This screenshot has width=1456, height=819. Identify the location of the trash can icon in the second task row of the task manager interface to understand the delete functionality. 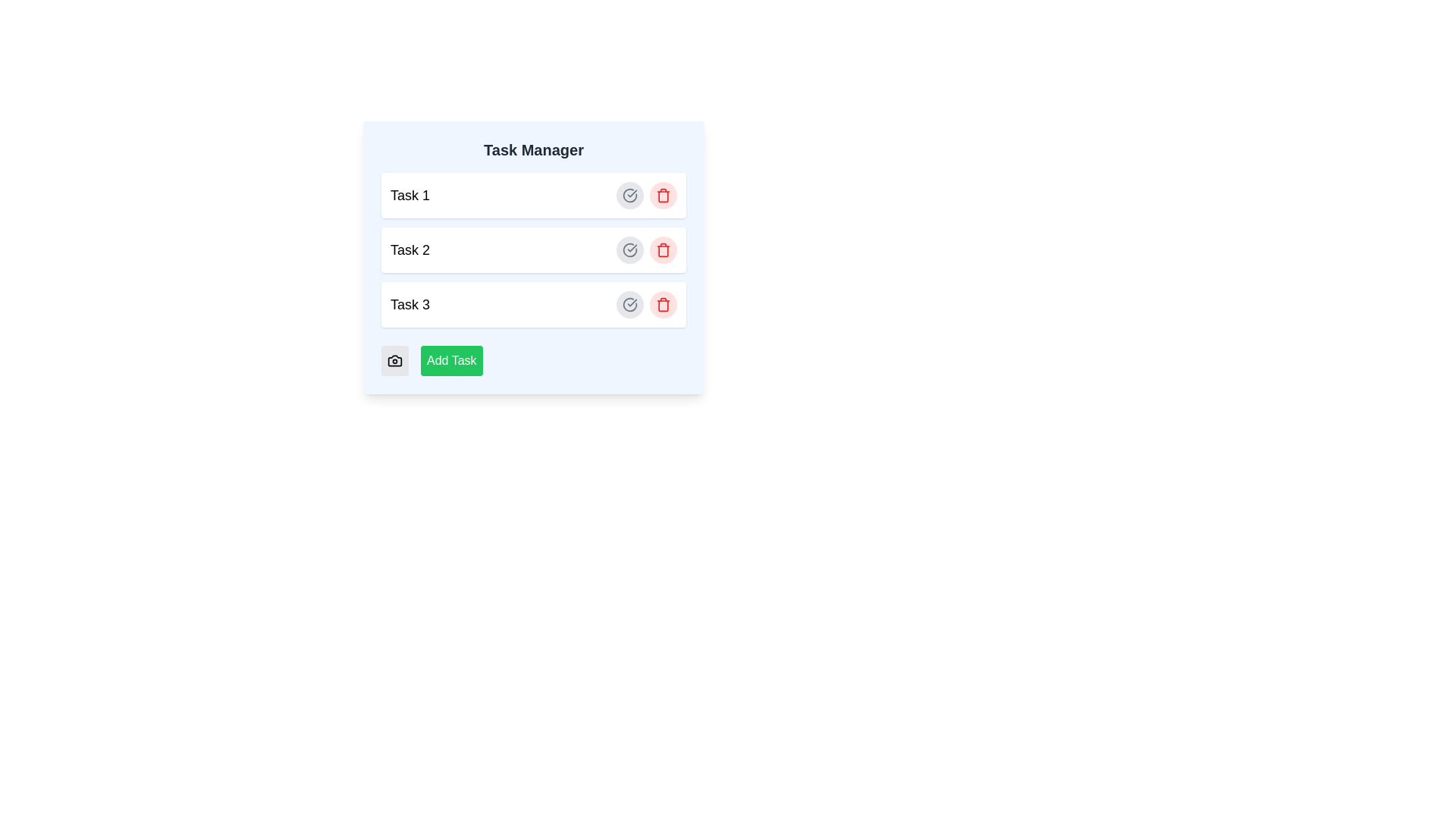
(663, 250).